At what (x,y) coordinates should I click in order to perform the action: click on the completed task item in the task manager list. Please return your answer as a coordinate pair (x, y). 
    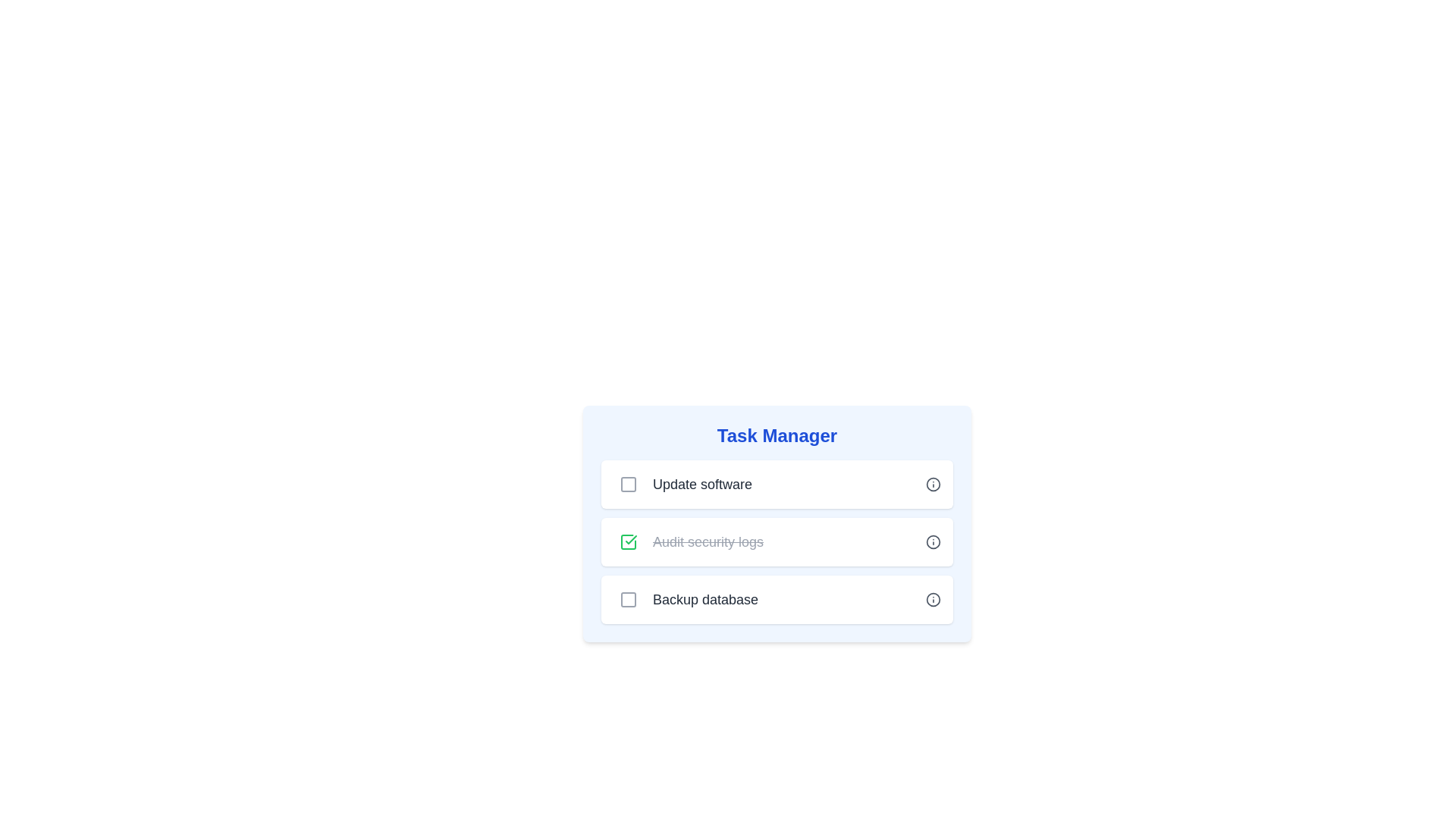
    Looking at the image, I should click on (687, 541).